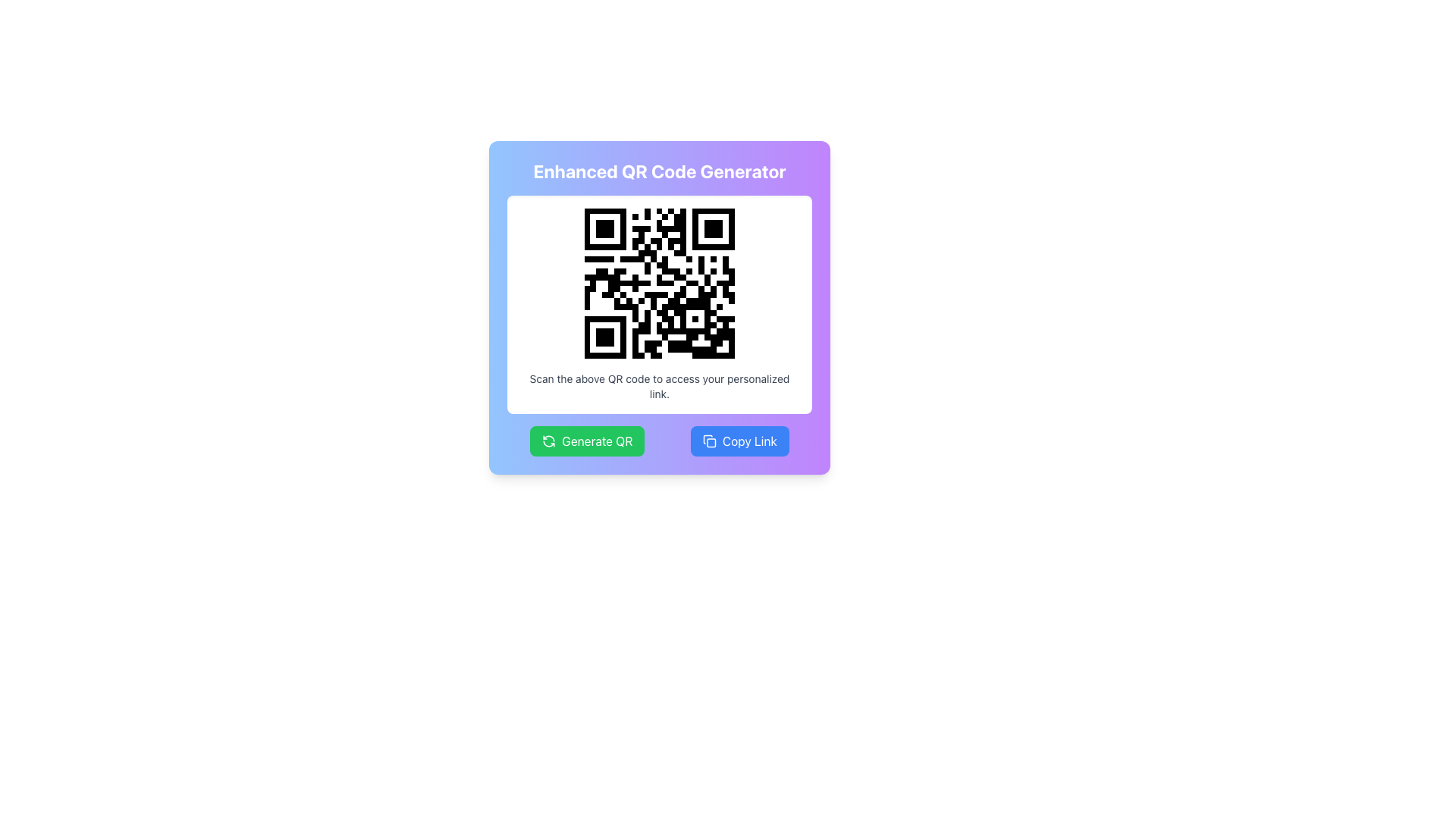  I want to click on the refresh icon located inside the green 'Generate QR' button, which is characterized by its minimalist design with two curved arrows forming a circle against a green background, so click(548, 441).